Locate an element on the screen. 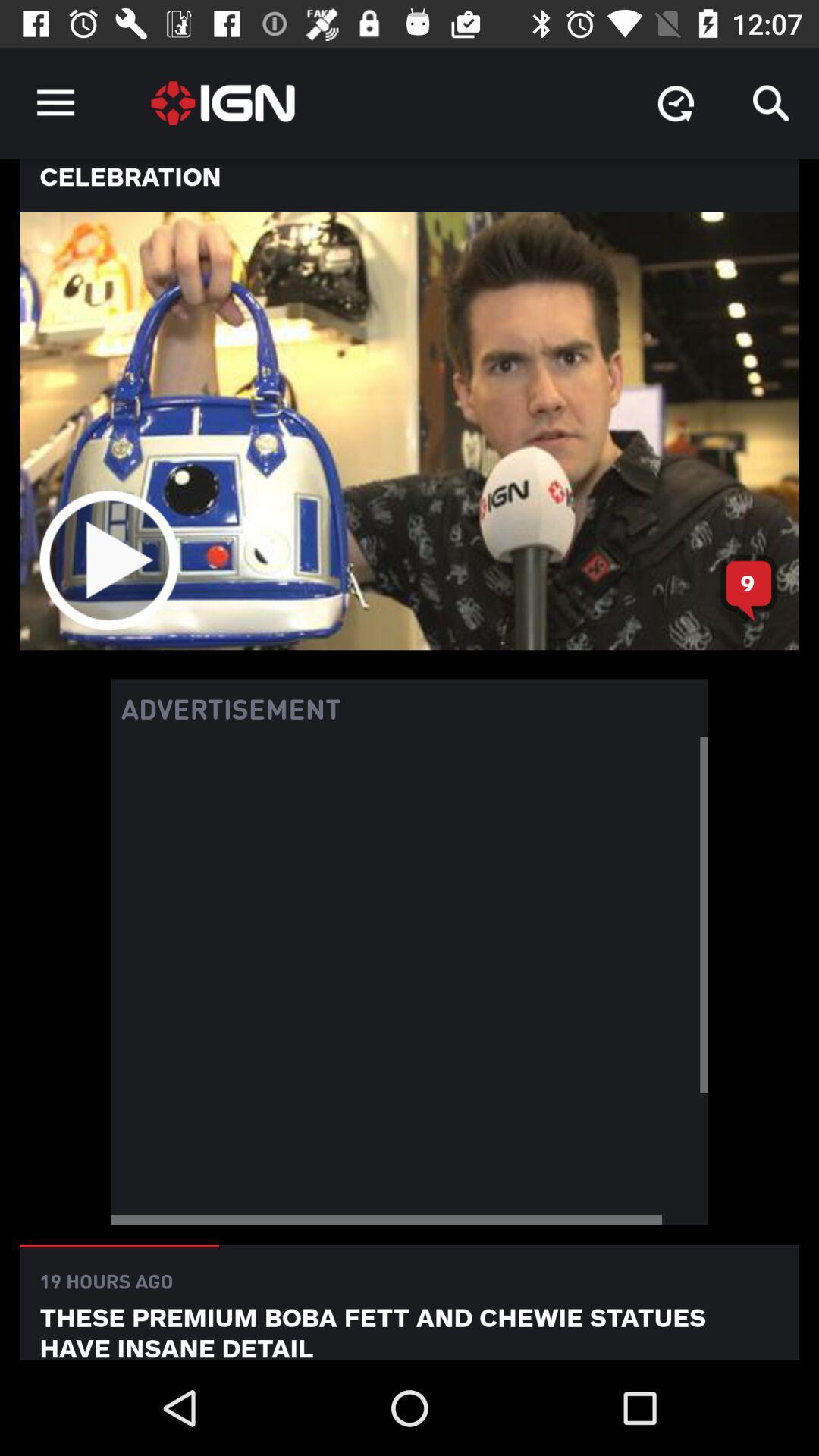  advertisement section is located at coordinates (409, 981).